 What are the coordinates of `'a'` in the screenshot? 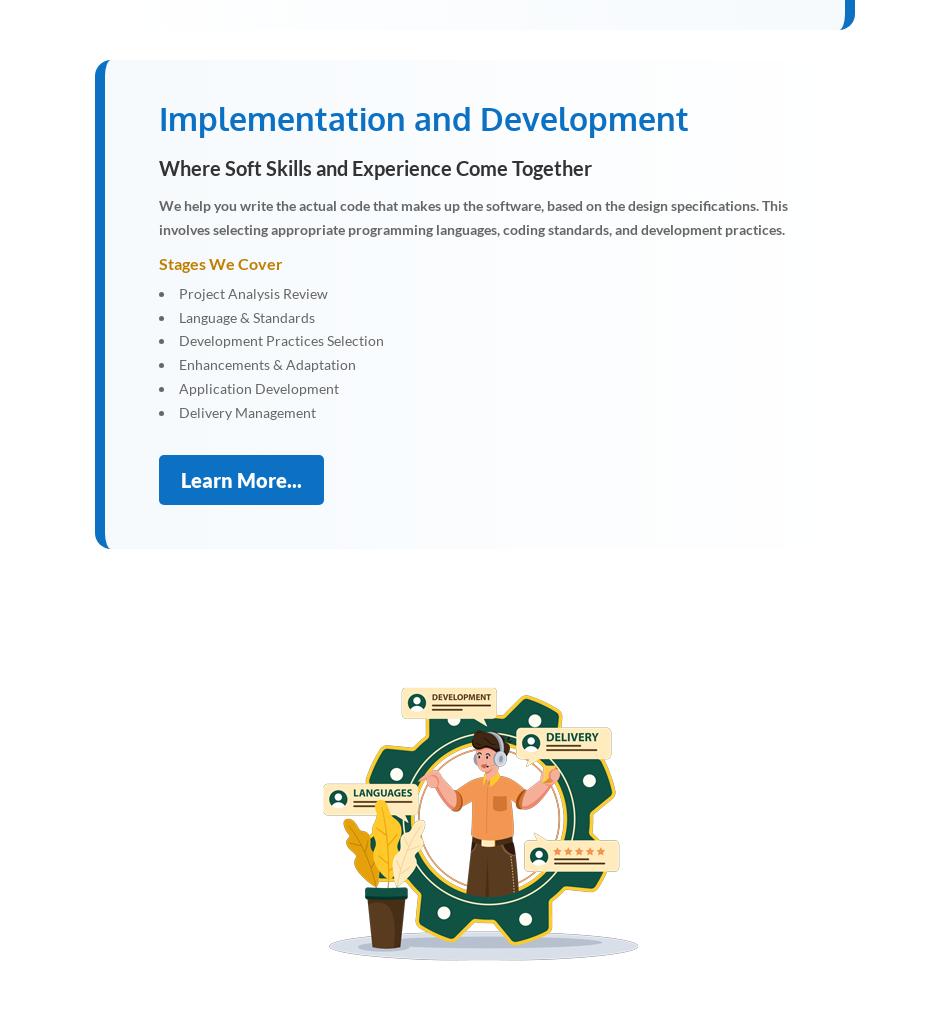 It's located at (484, 830).